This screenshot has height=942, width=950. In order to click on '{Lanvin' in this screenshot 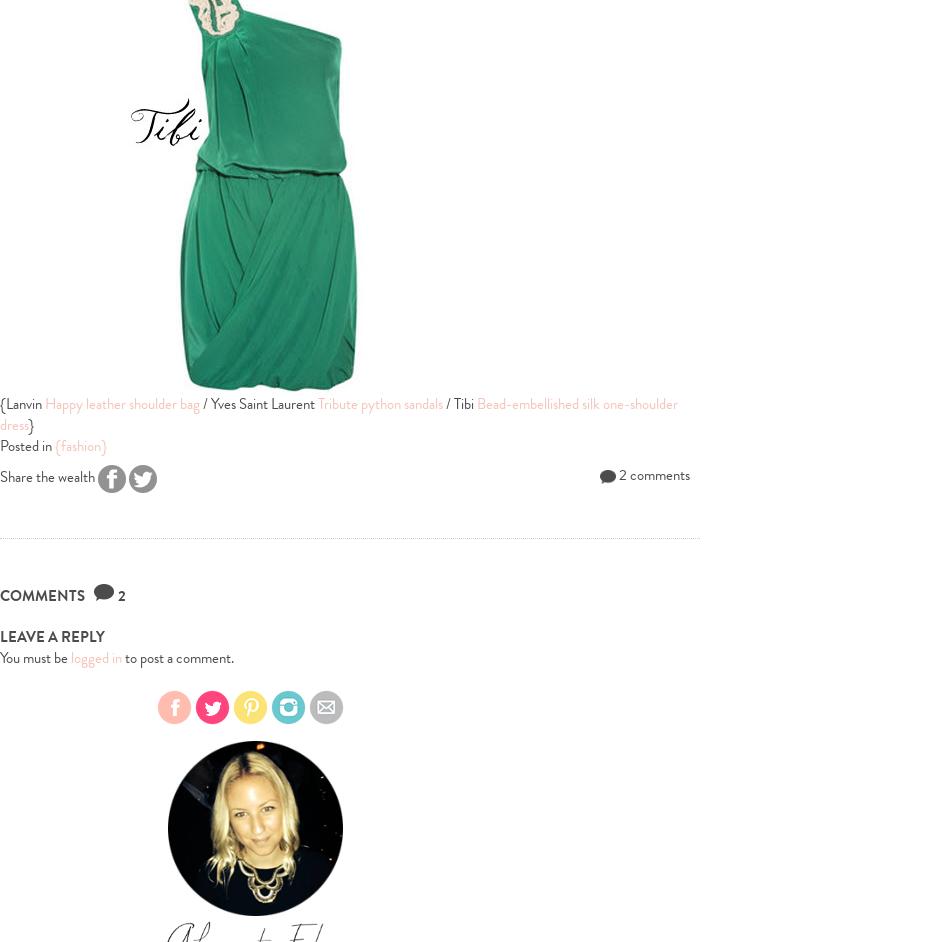, I will do `click(22, 404)`.